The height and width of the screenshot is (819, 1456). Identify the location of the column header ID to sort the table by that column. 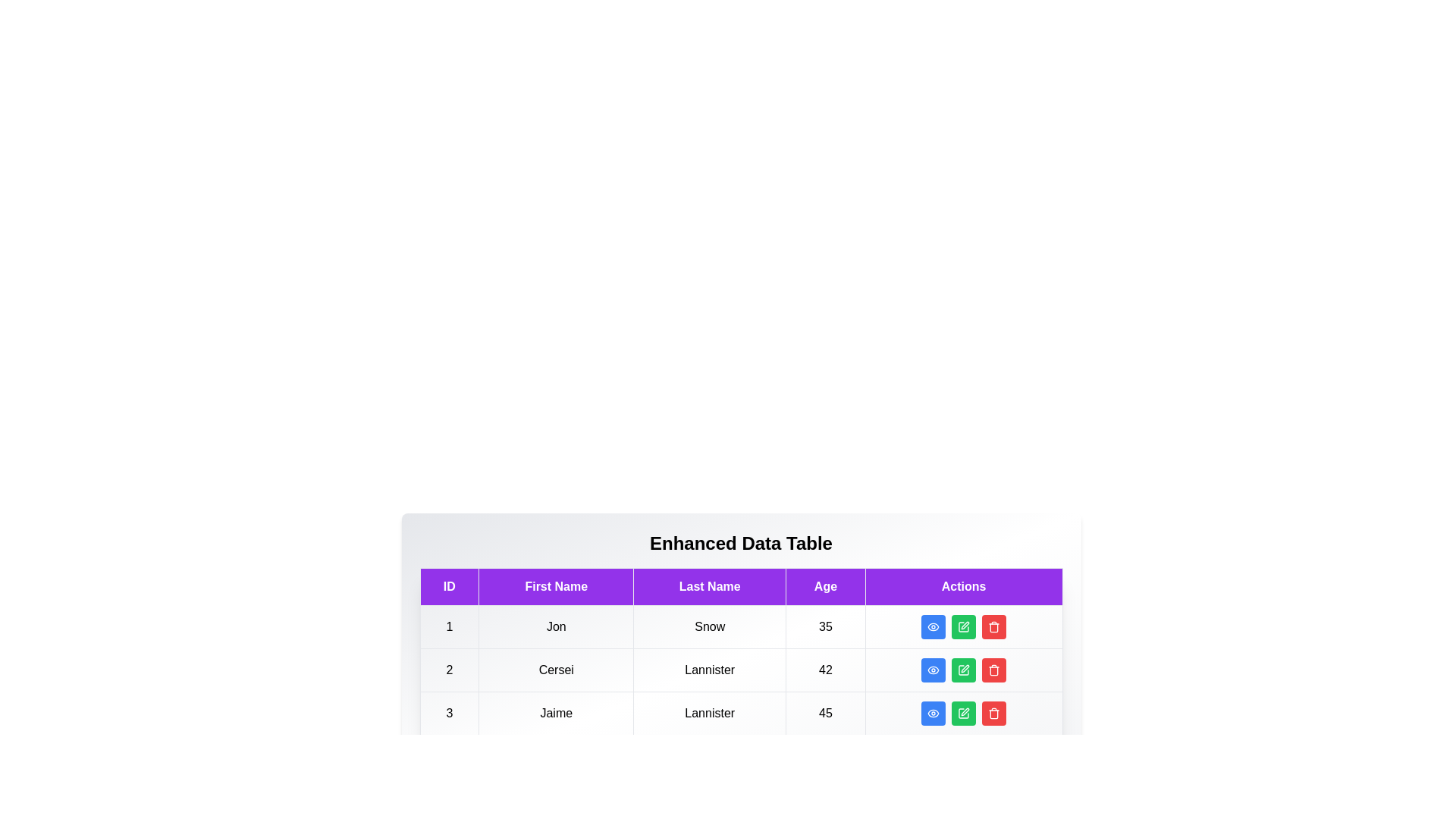
(448, 586).